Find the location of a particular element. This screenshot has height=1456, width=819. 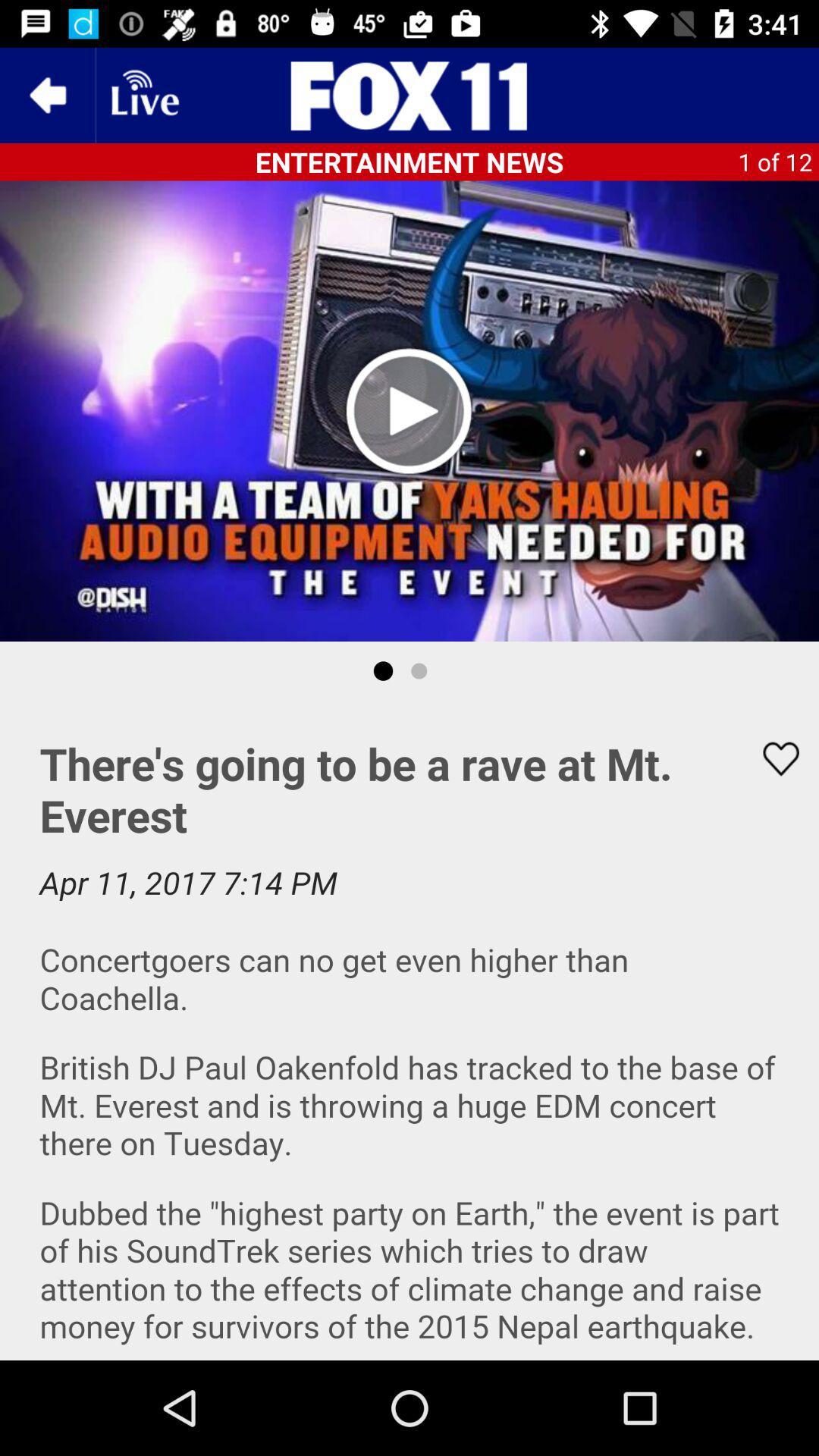

the arrow_backward icon is located at coordinates (46, 94).